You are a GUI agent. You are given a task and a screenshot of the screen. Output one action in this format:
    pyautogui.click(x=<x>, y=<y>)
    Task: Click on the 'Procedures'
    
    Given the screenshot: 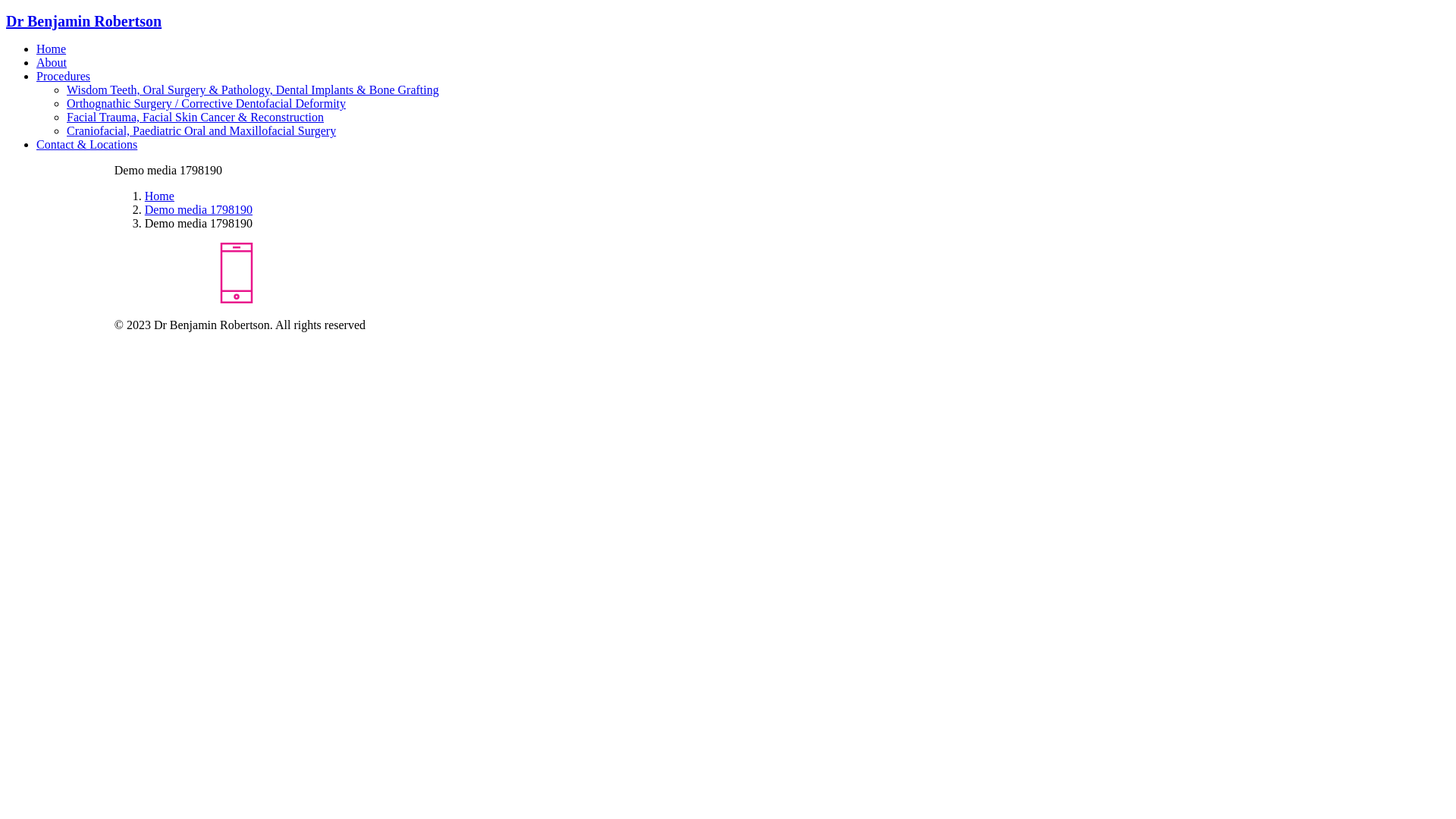 What is the action you would take?
    pyautogui.click(x=62, y=76)
    